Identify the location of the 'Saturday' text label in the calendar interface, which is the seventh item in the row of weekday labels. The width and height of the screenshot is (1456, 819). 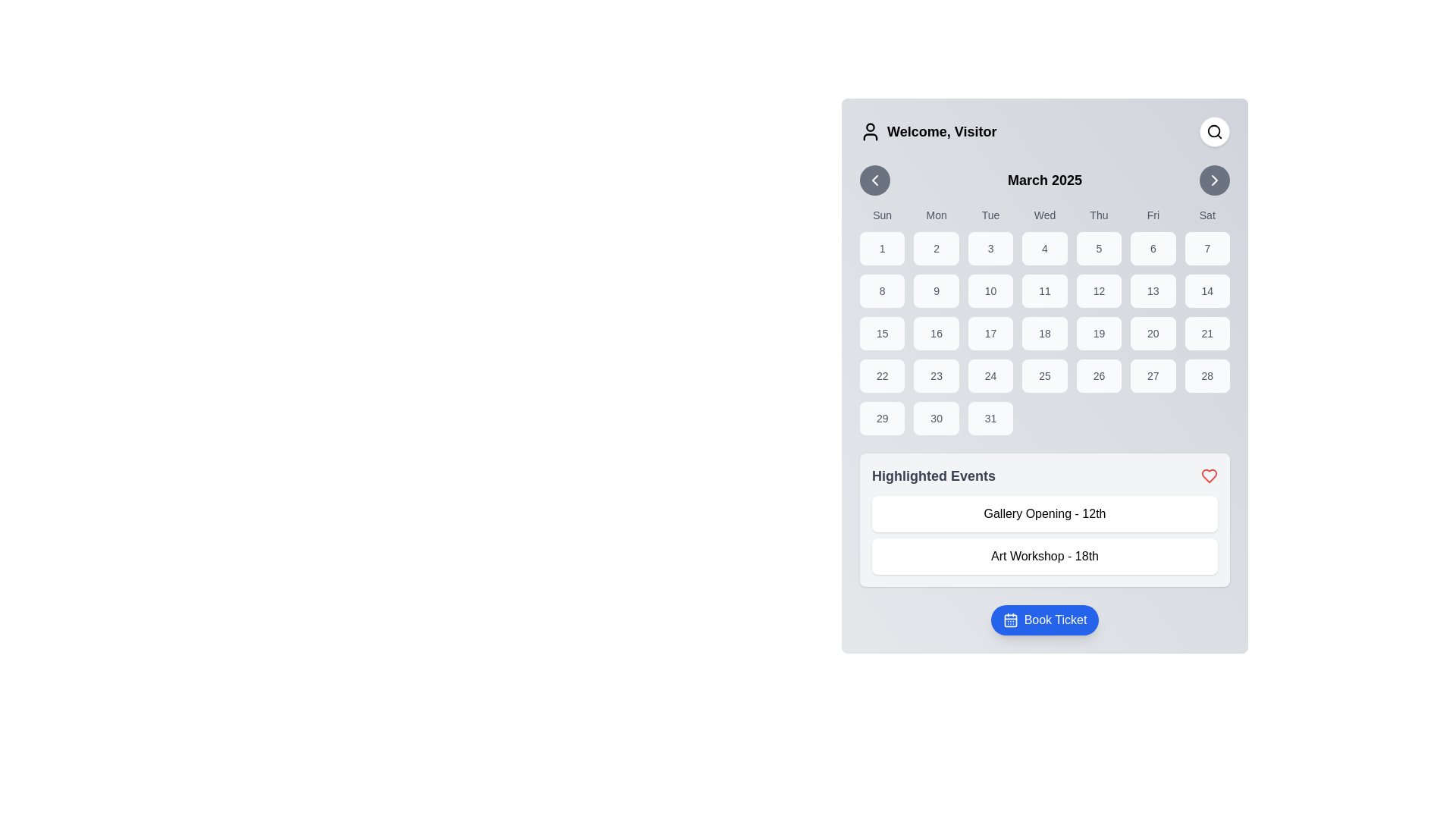
(1207, 215).